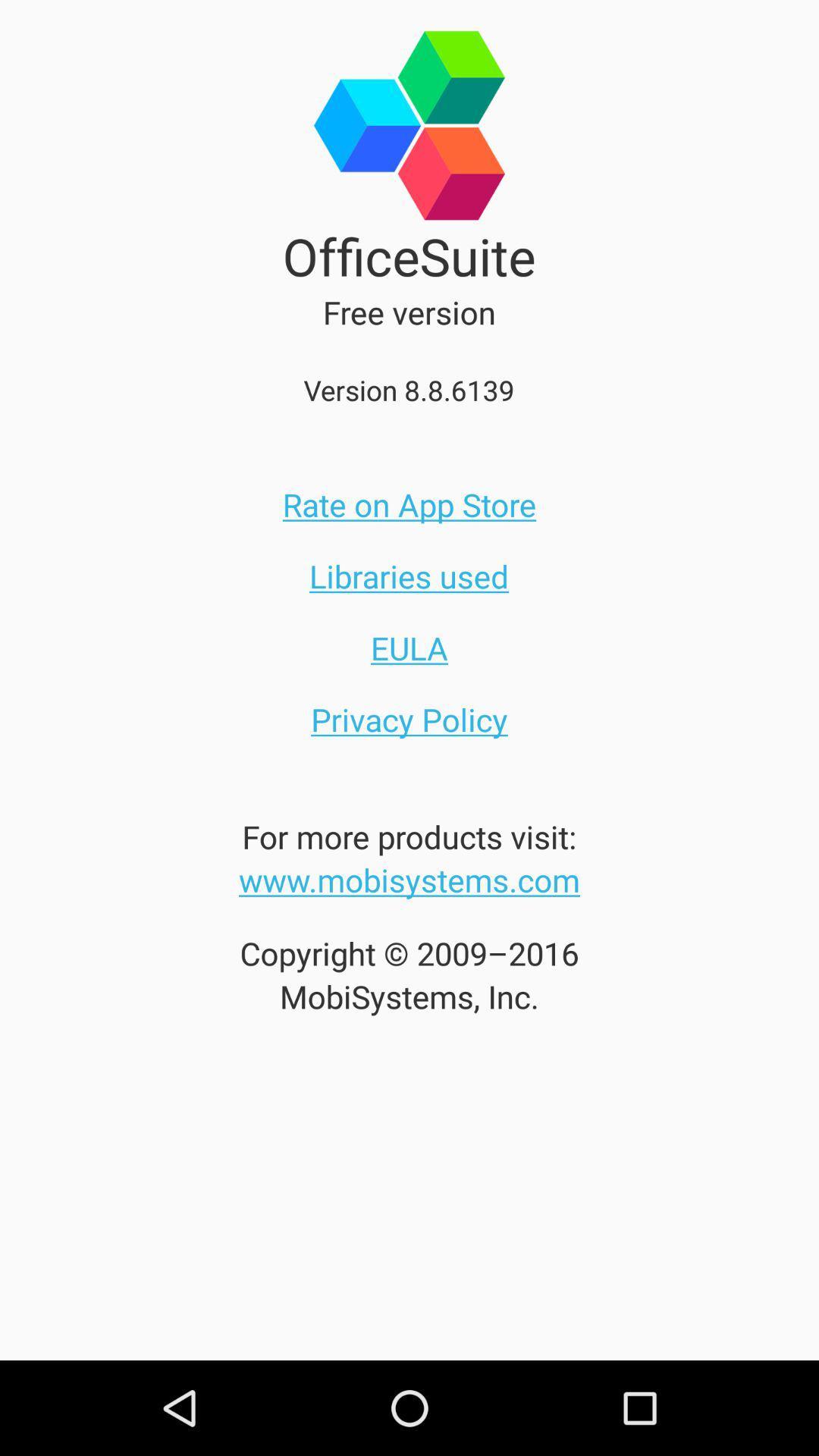  What do you see at coordinates (409, 719) in the screenshot?
I see `privacy policy` at bounding box center [409, 719].